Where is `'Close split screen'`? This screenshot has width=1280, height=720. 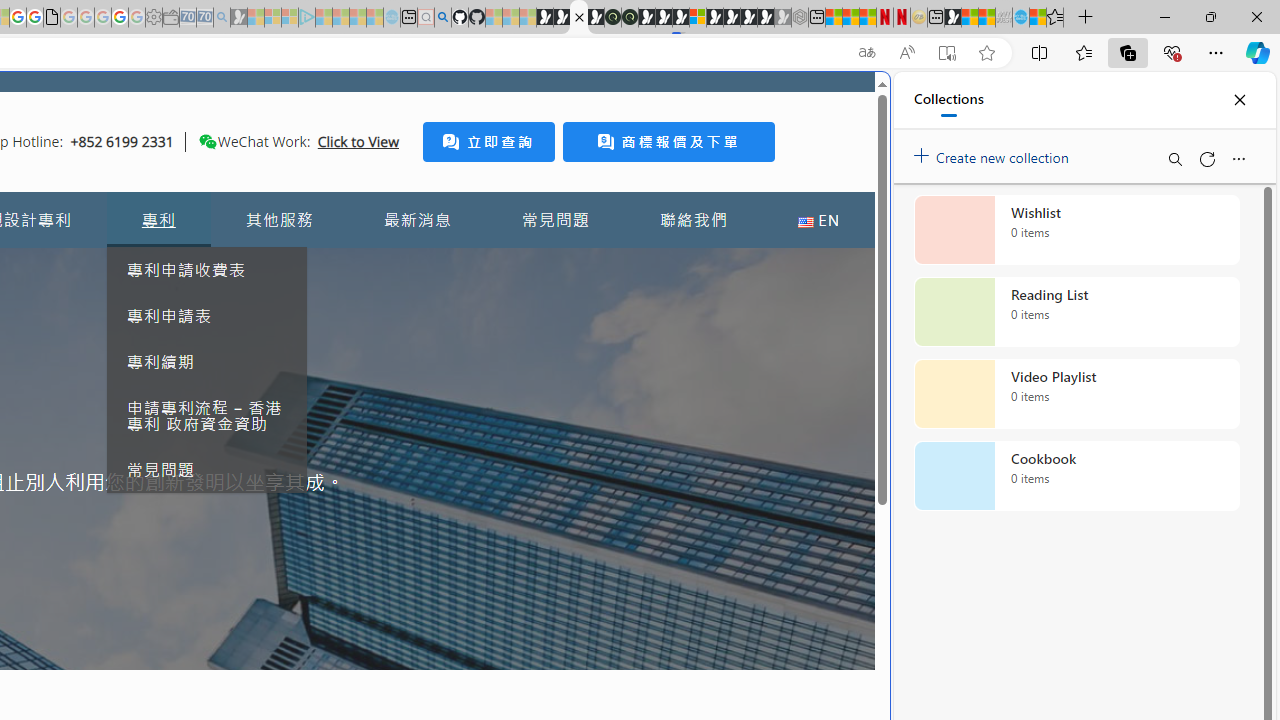 'Close split screen' is located at coordinates (844, 102).